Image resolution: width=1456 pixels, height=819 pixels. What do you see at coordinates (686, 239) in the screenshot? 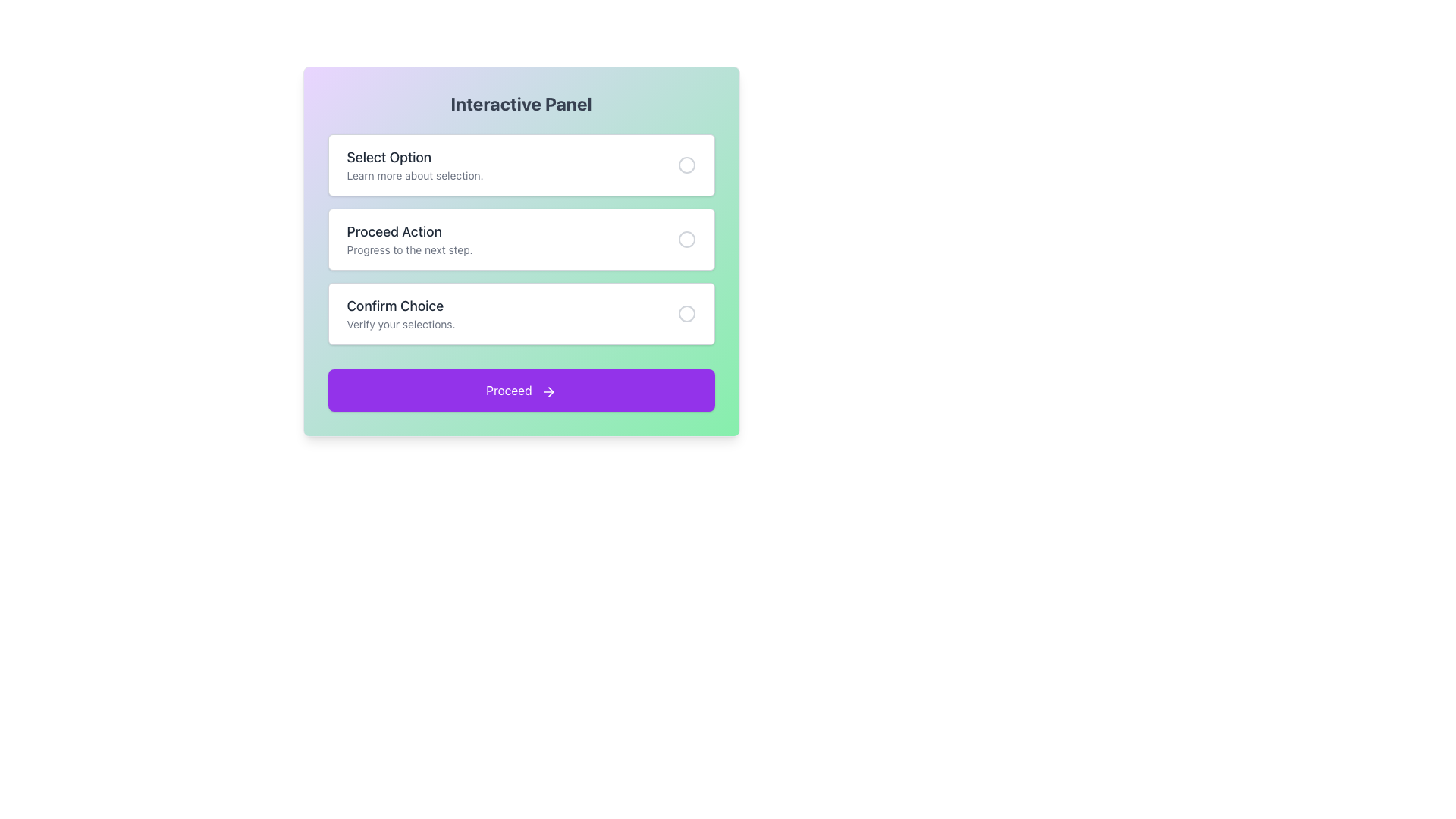
I see `the SVG circle icon with a faint gray stroke color located in the rightmost part of the 'Proceed Action' section of the 'Interactive Panel'` at bounding box center [686, 239].